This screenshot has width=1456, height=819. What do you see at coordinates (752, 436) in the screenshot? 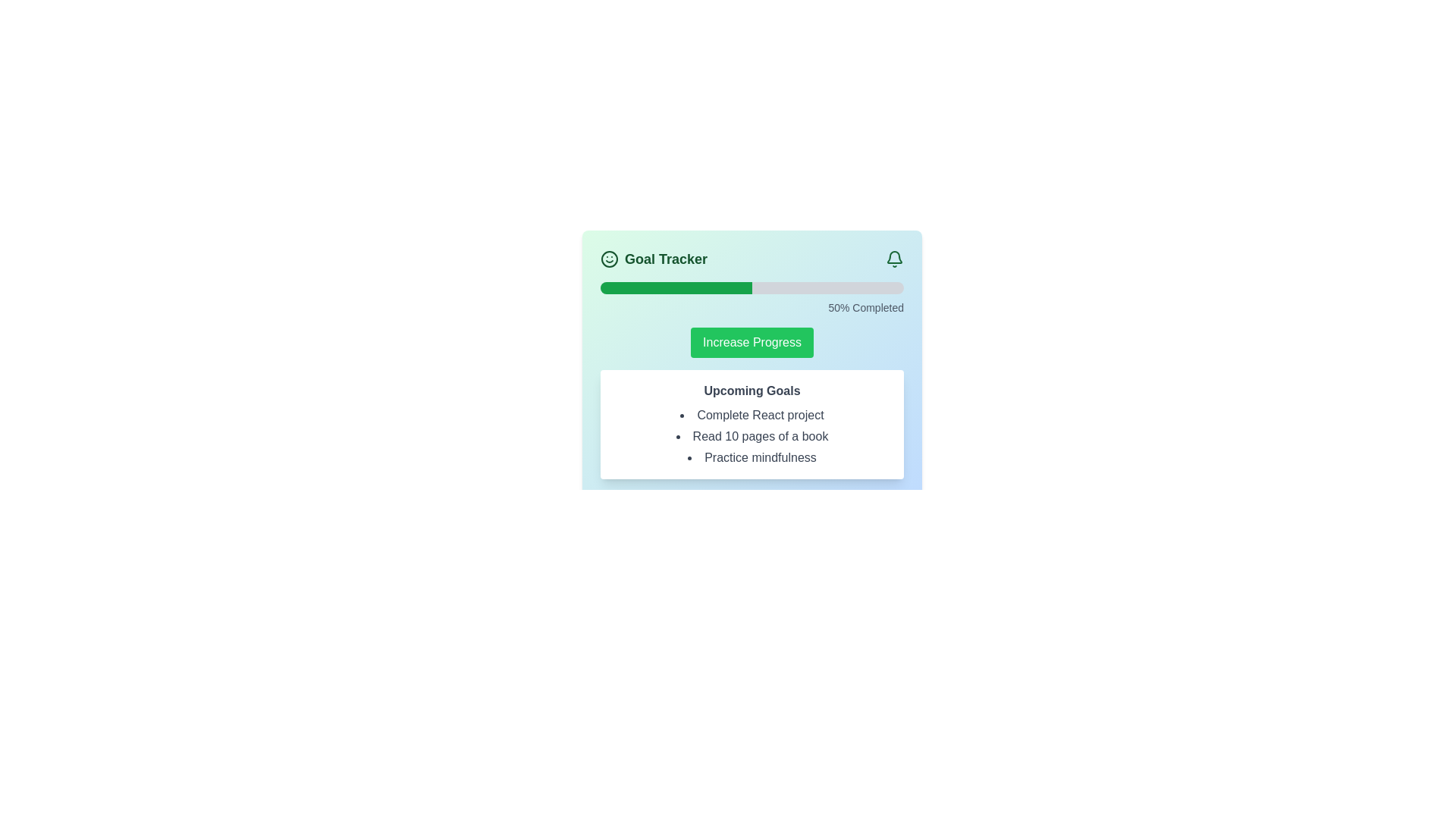
I see `the unordered list element that contains the items 'Complete React project,' 'Read 10 pages of a book,' and 'Practice mindfulness' within the 'Upcoming Goals' section` at bounding box center [752, 436].